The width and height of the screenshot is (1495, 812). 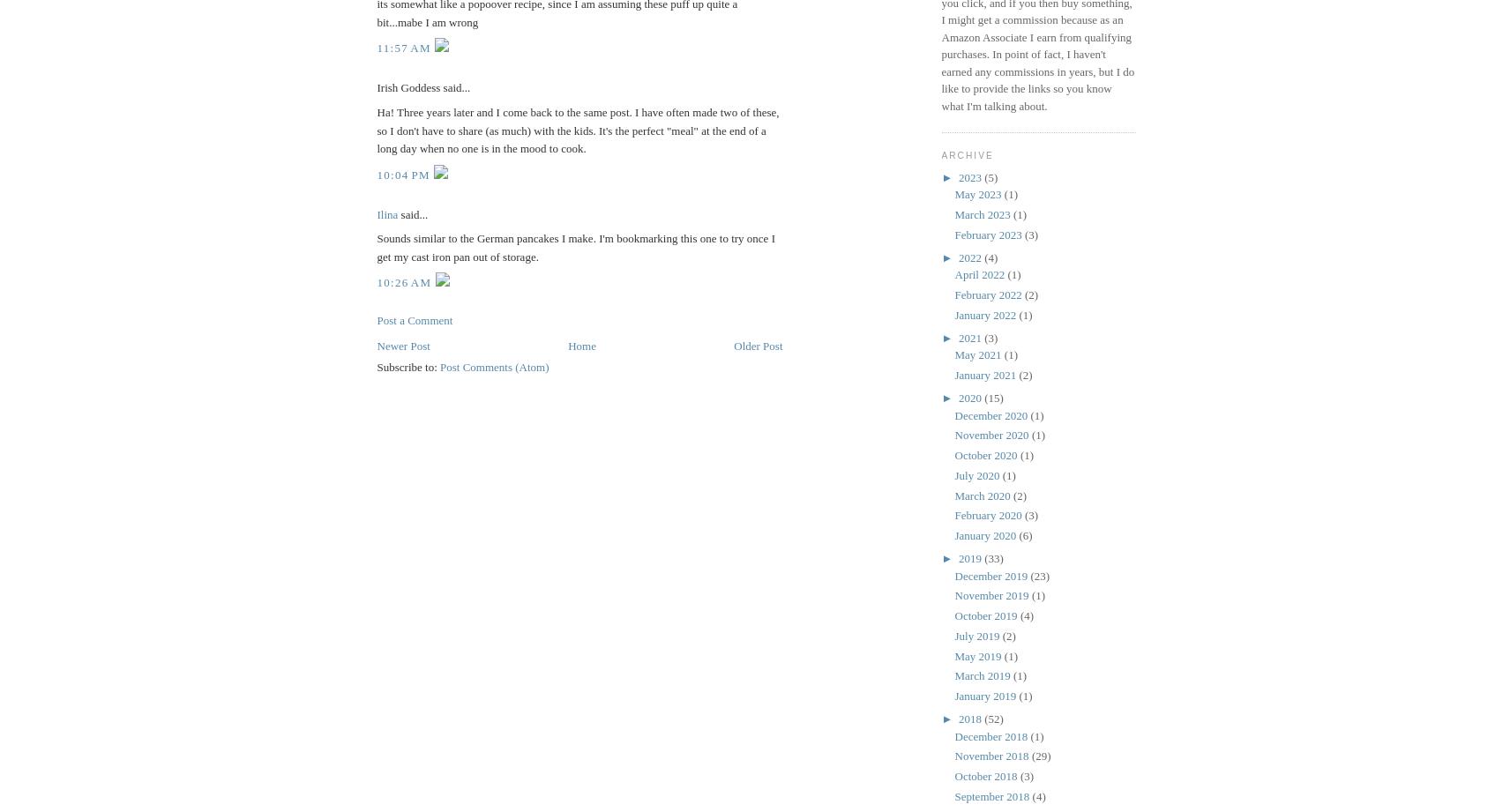 What do you see at coordinates (376, 320) in the screenshot?
I see `'Post a Comment'` at bounding box center [376, 320].